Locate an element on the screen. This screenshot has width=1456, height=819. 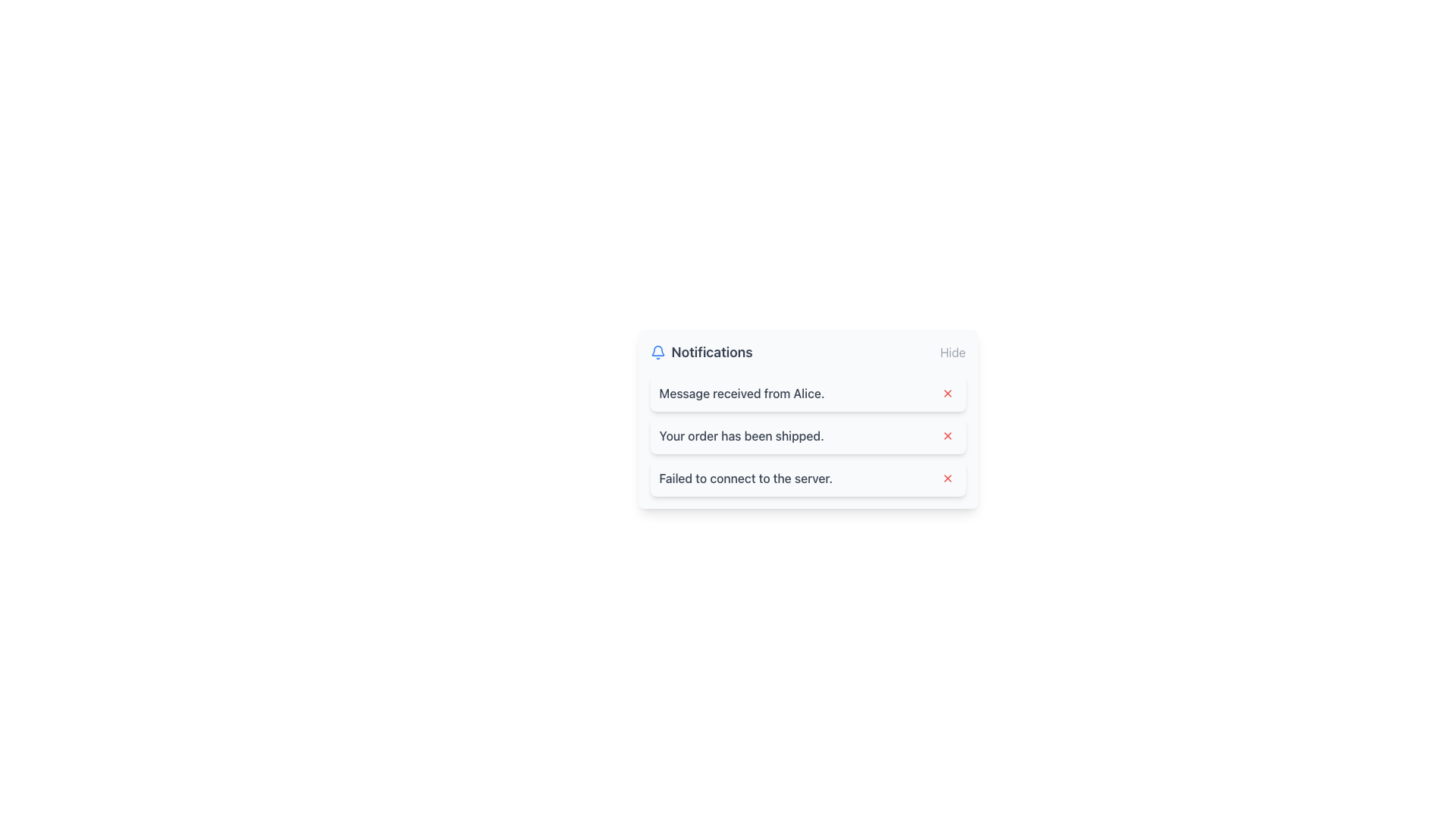
the first notification card in the Notifications panel is located at coordinates (807, 393).